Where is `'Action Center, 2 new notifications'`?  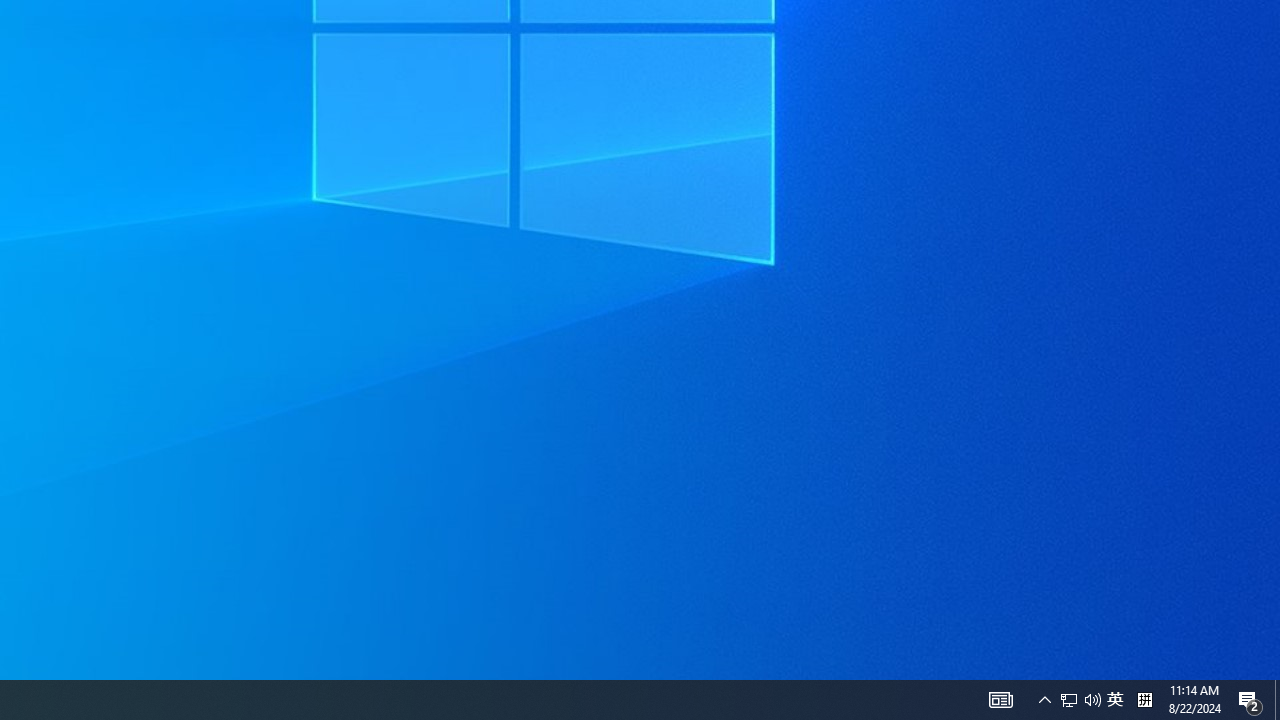
'Action Center, 2 new notifications' is located at coordinates (1250, 698).